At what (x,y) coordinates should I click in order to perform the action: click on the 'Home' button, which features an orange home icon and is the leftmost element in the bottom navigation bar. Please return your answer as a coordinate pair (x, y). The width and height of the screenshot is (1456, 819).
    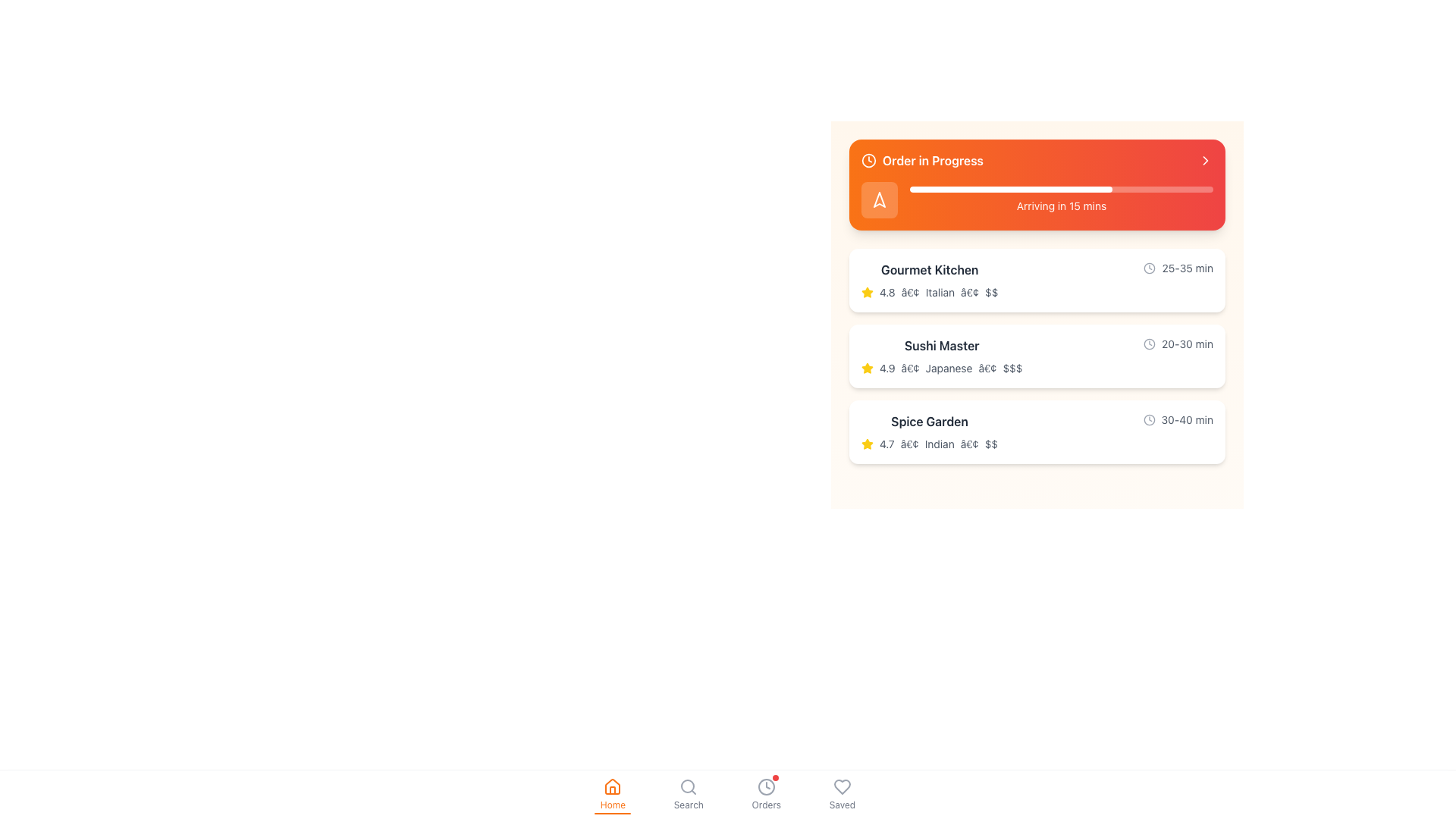
    Looking at the image, I should click on (612, 794).